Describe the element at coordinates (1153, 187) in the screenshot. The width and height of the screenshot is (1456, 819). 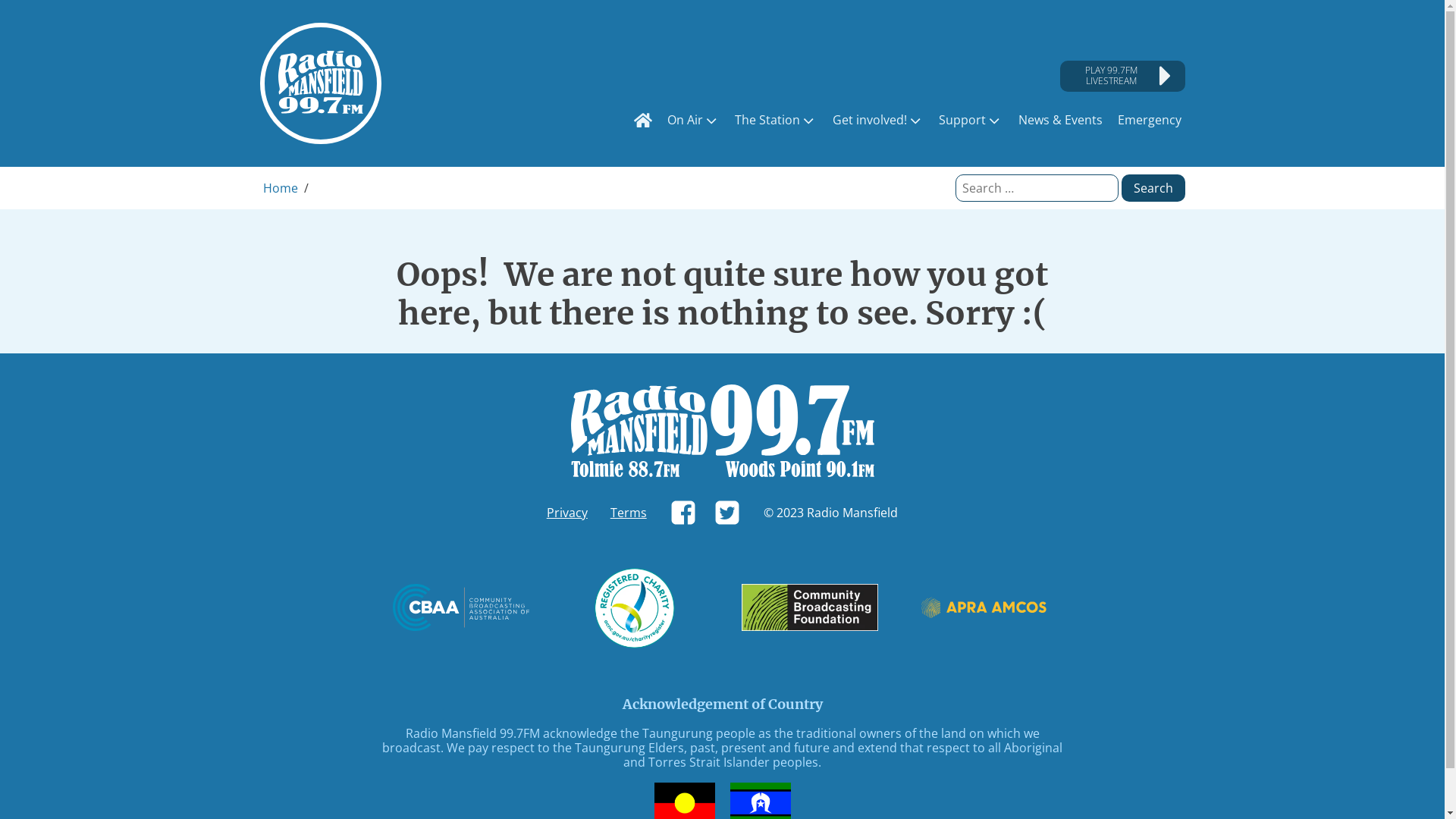
I see `'Search'` at that location.